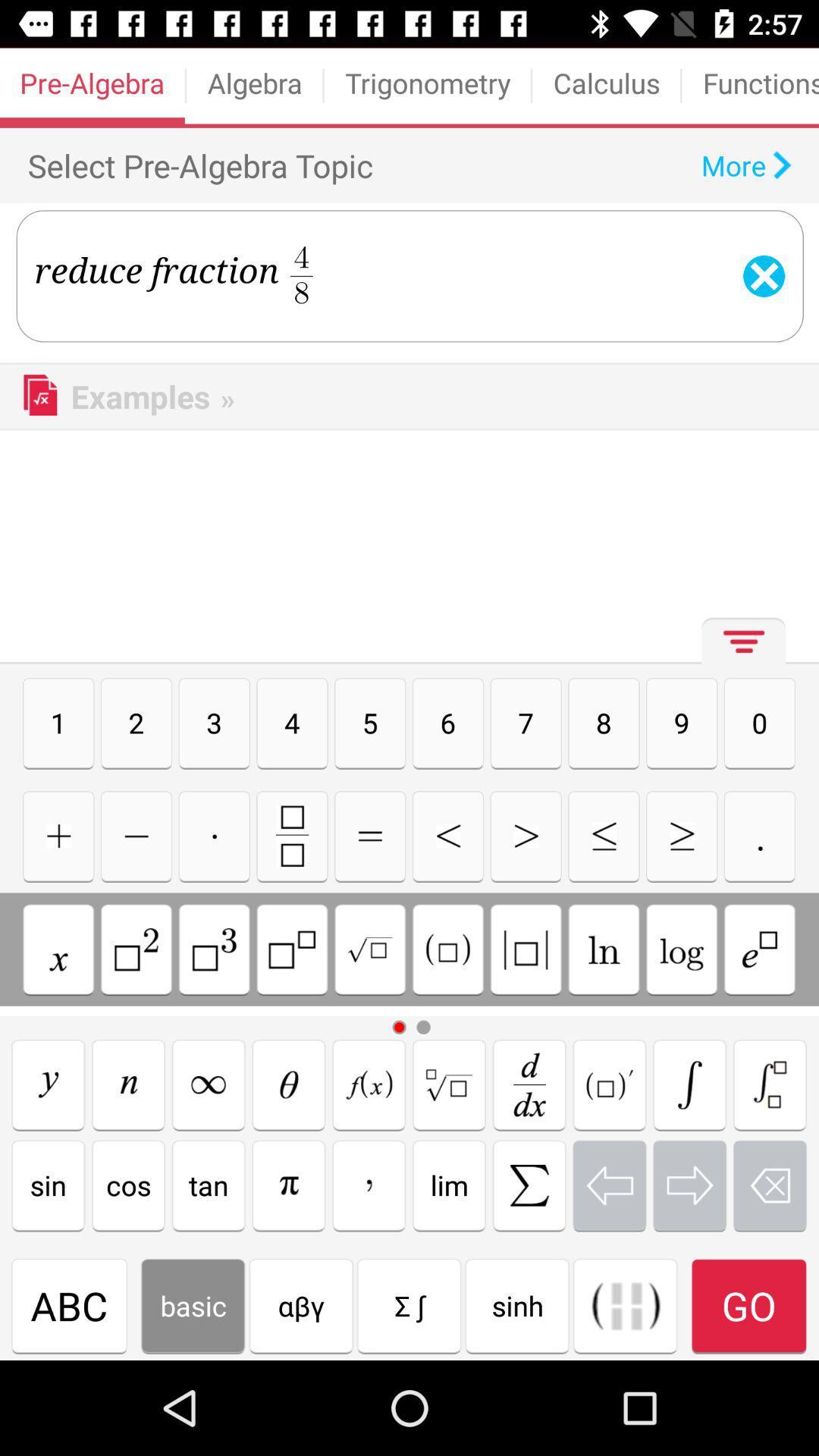 The width and height of the screenshot is (819, 1456). Describe the element at coordinates (447, 949) in the screenshot. I see `type square symbol` at that location.